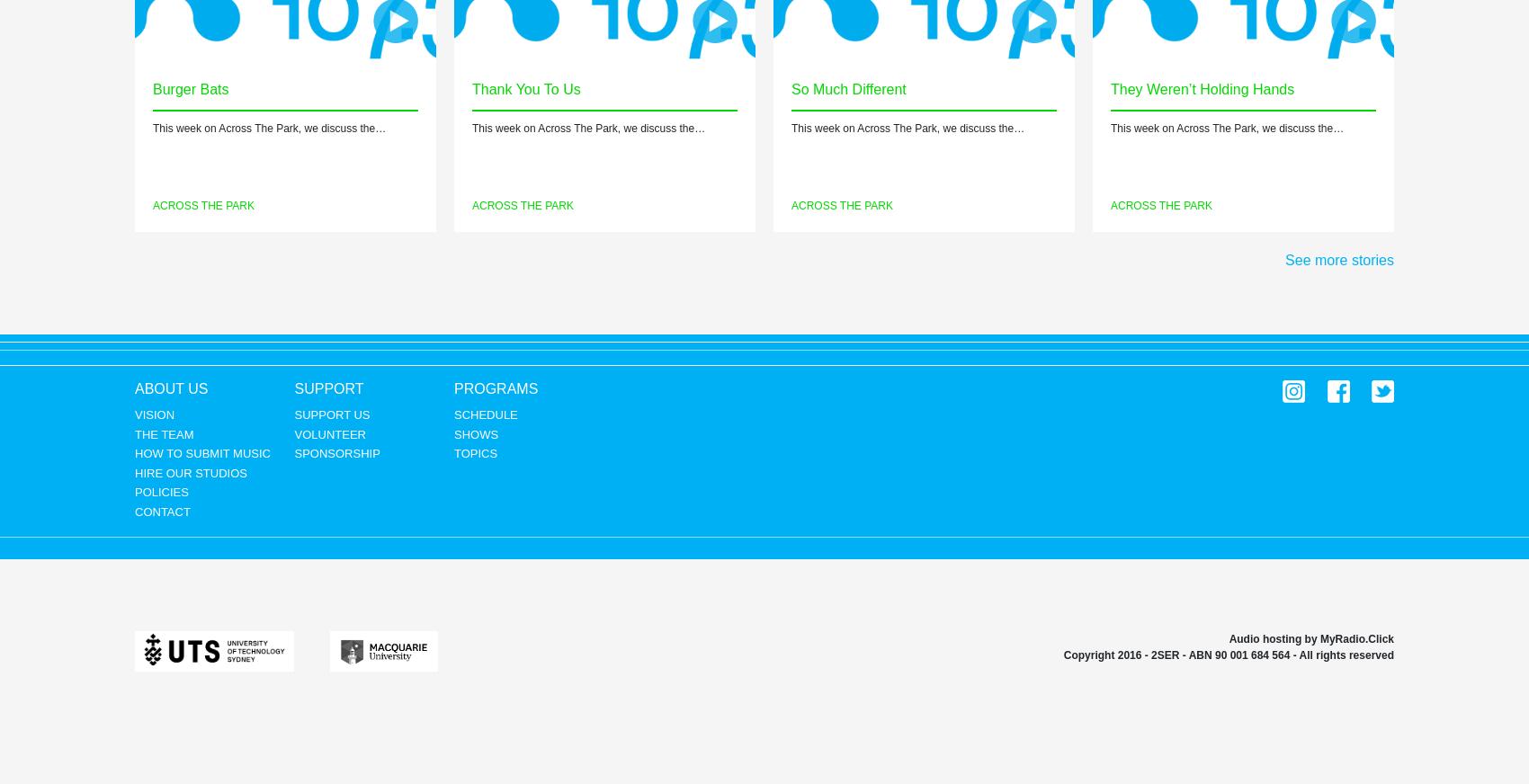 This screenshot has width=1529, height=784. I want to click on 'Thank You To Us', so click(524, 87).